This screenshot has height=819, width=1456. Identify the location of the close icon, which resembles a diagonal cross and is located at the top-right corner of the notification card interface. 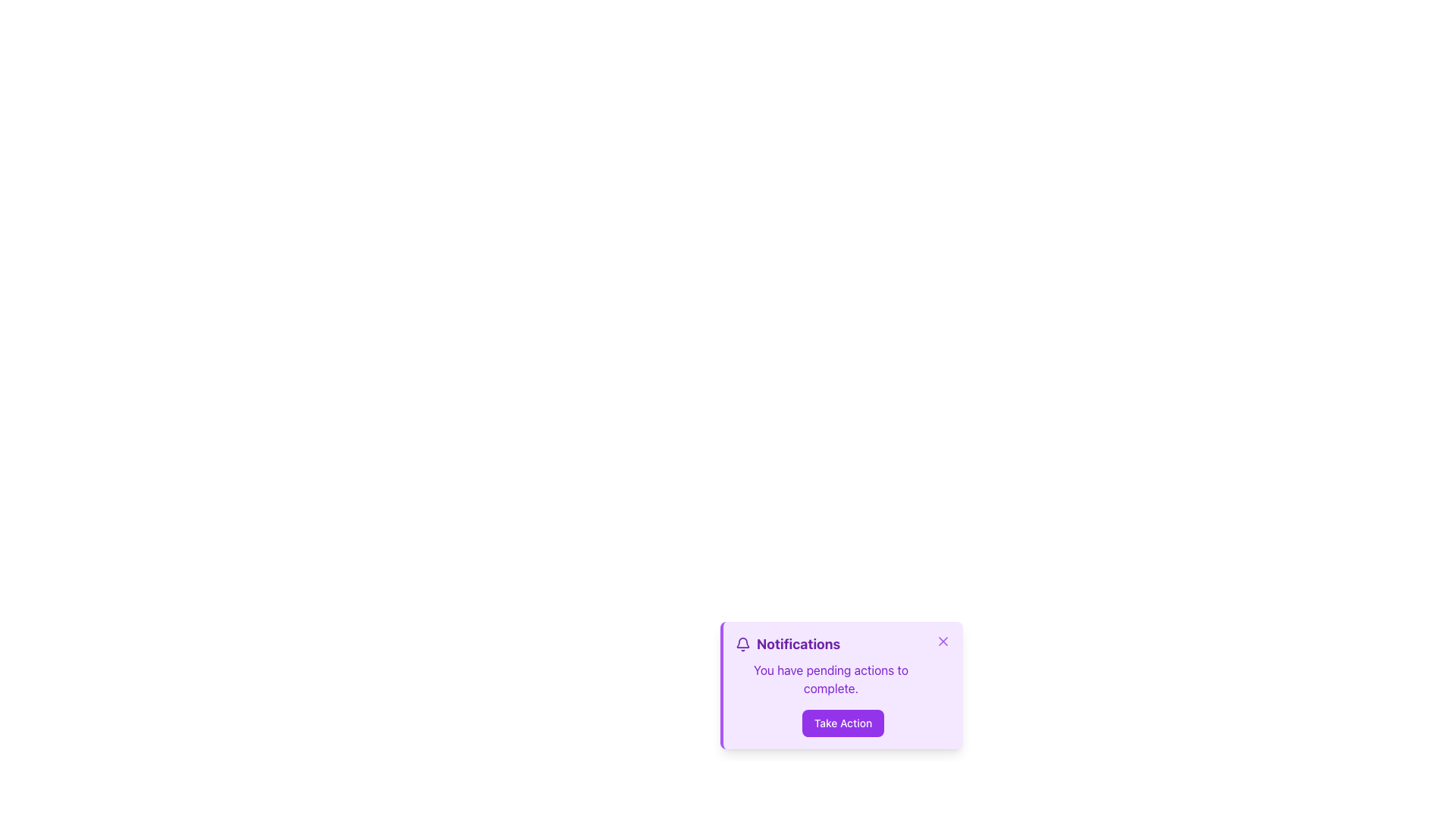
(942, 641).